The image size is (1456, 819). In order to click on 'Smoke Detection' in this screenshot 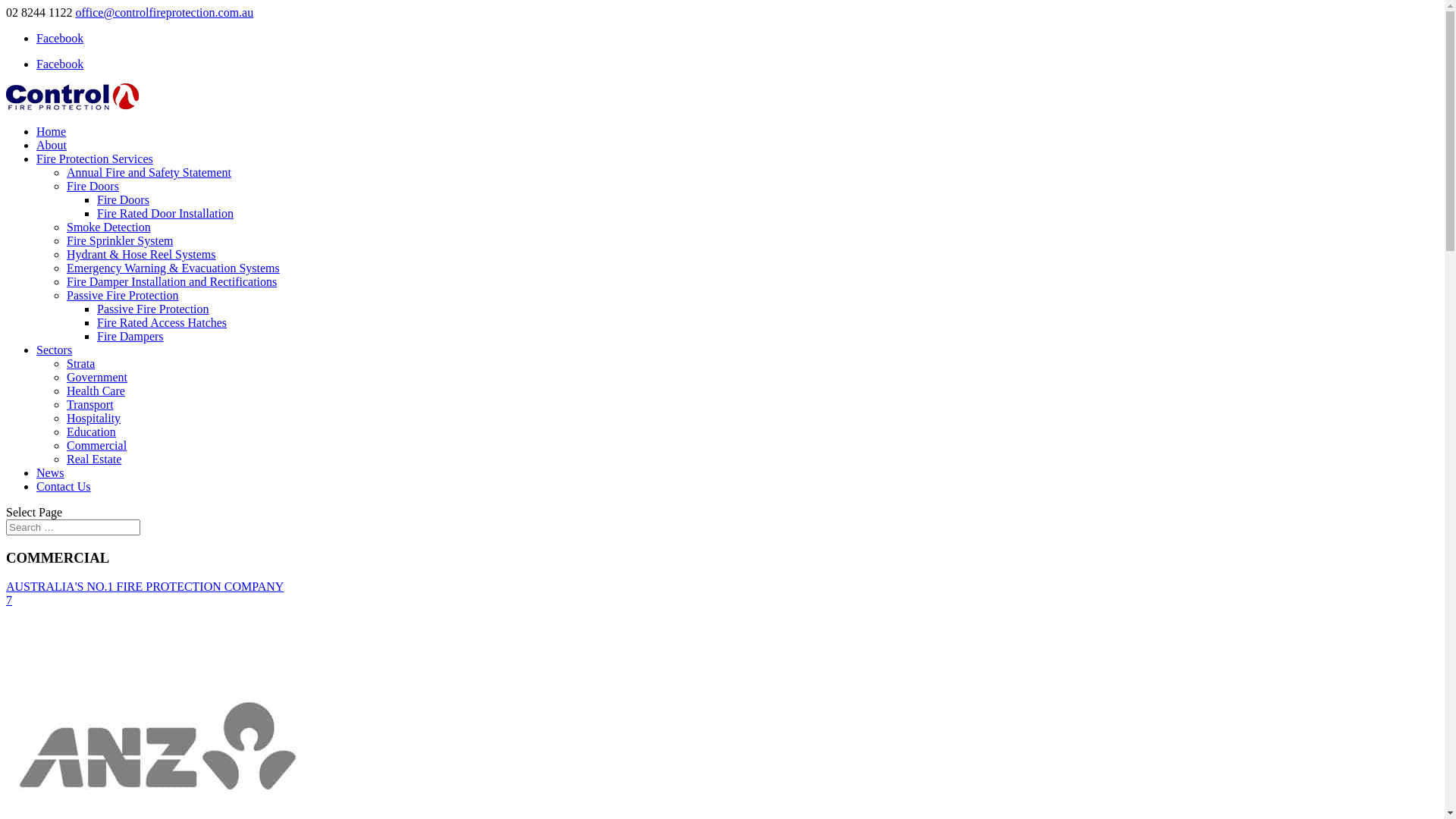, I will do `click(108, 227)`.